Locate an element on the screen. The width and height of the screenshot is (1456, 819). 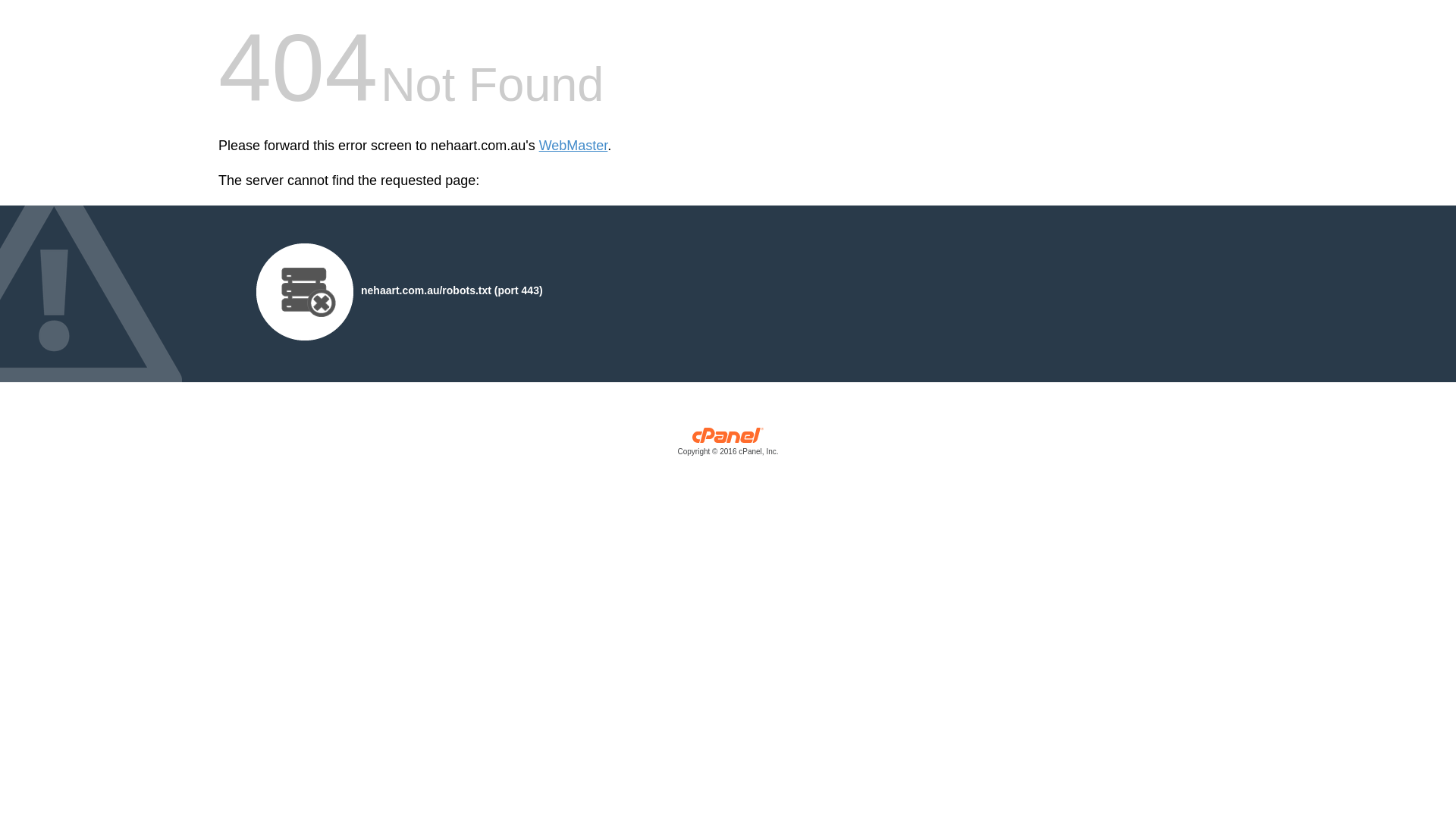
'WebMaster' is located at coordinates (538, 146).